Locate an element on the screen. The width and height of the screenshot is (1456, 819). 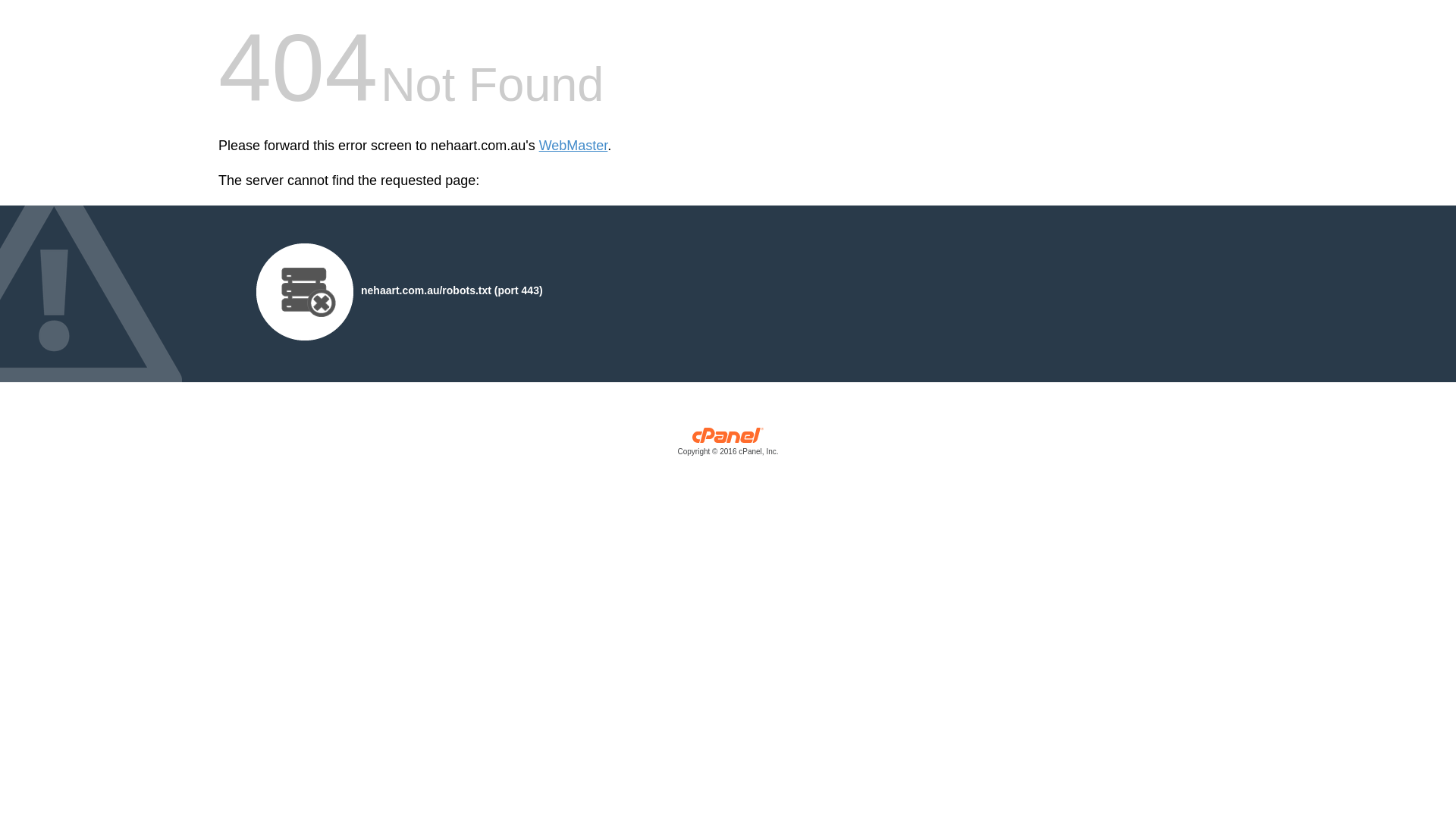
'WebMaster' is located at coordinates (538, 146).